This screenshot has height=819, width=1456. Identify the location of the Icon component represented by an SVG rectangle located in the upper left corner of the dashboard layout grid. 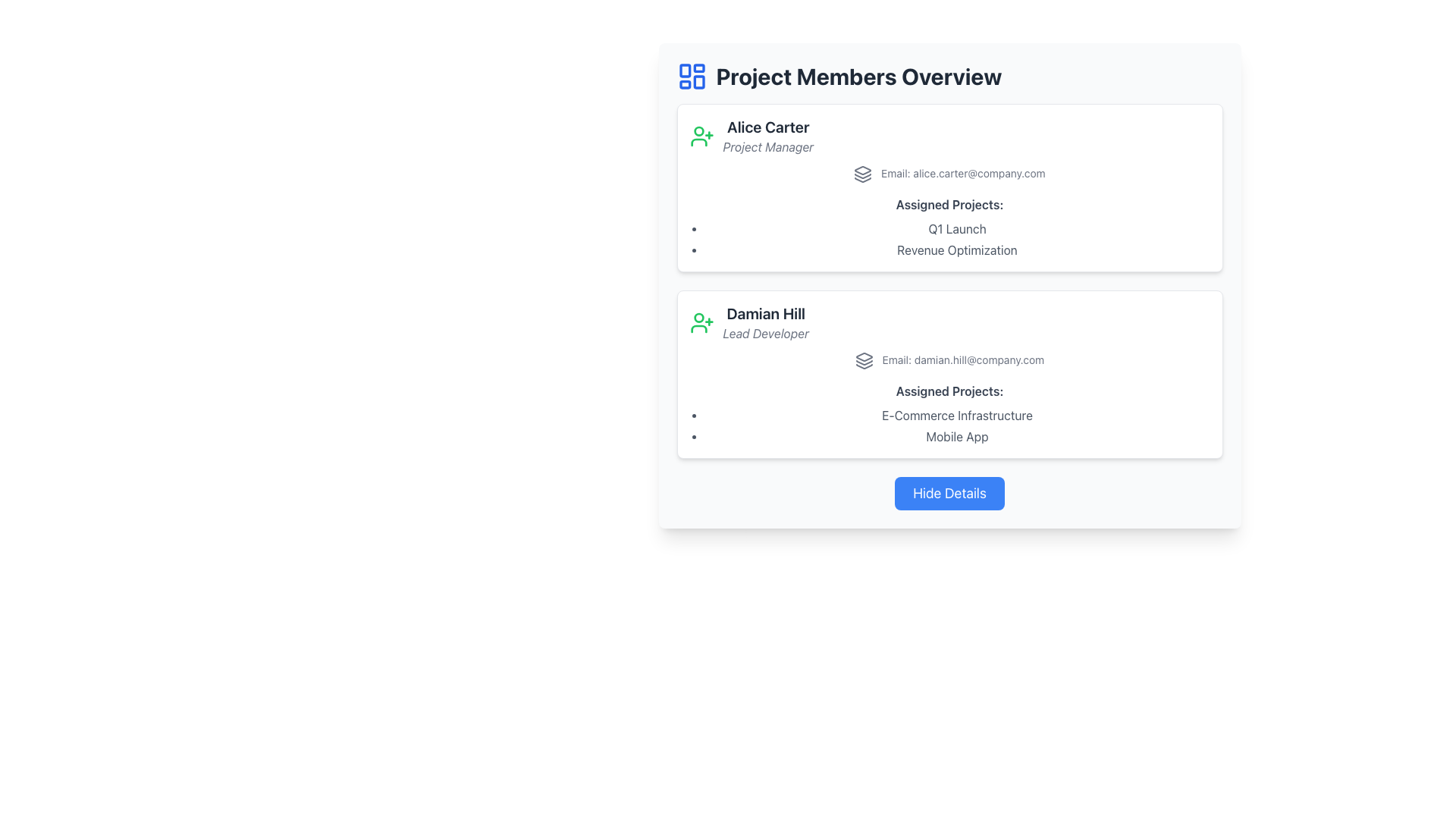
(684, 71).